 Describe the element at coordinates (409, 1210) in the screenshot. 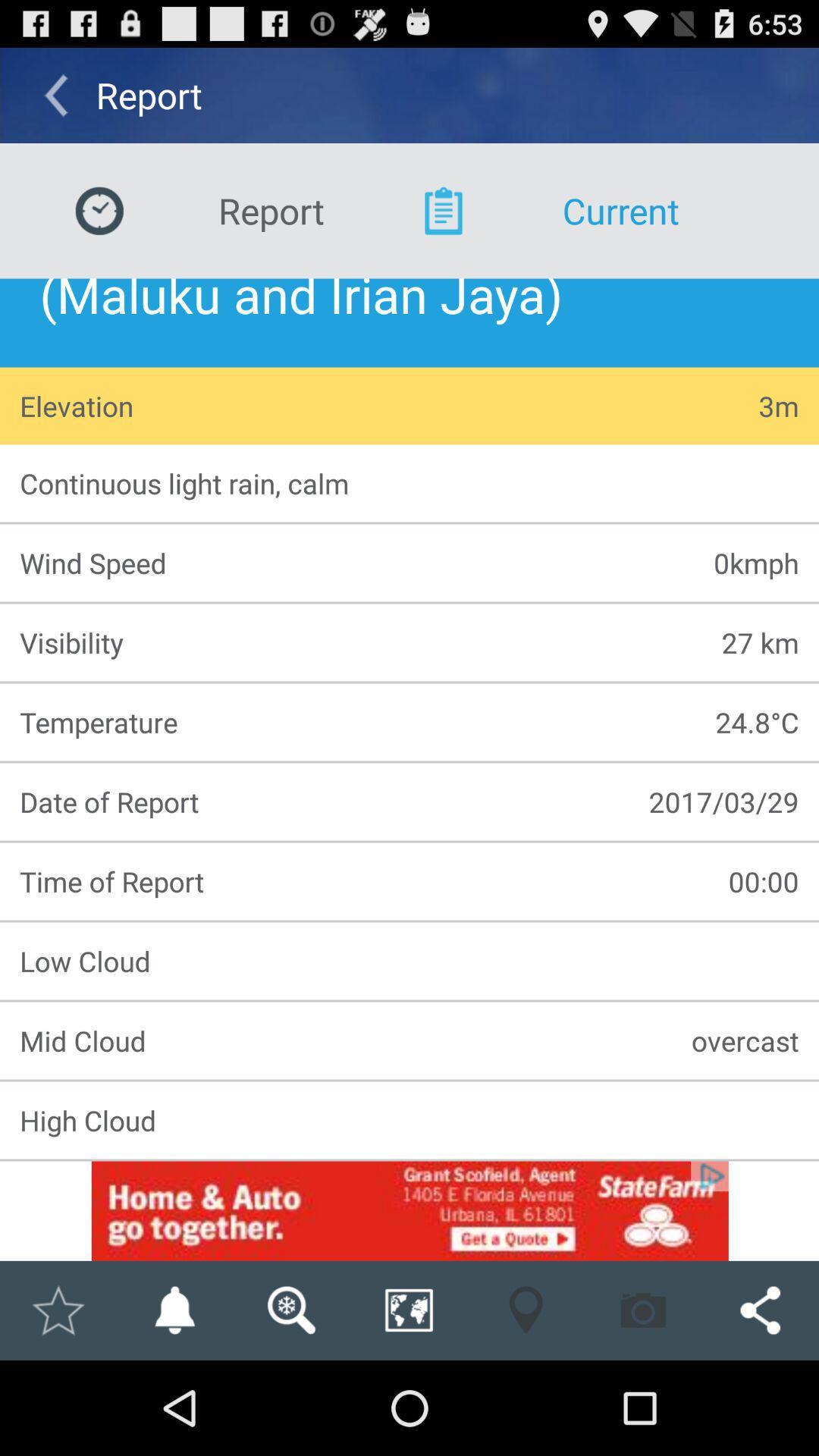

I see `opens the advertisement` at that location.